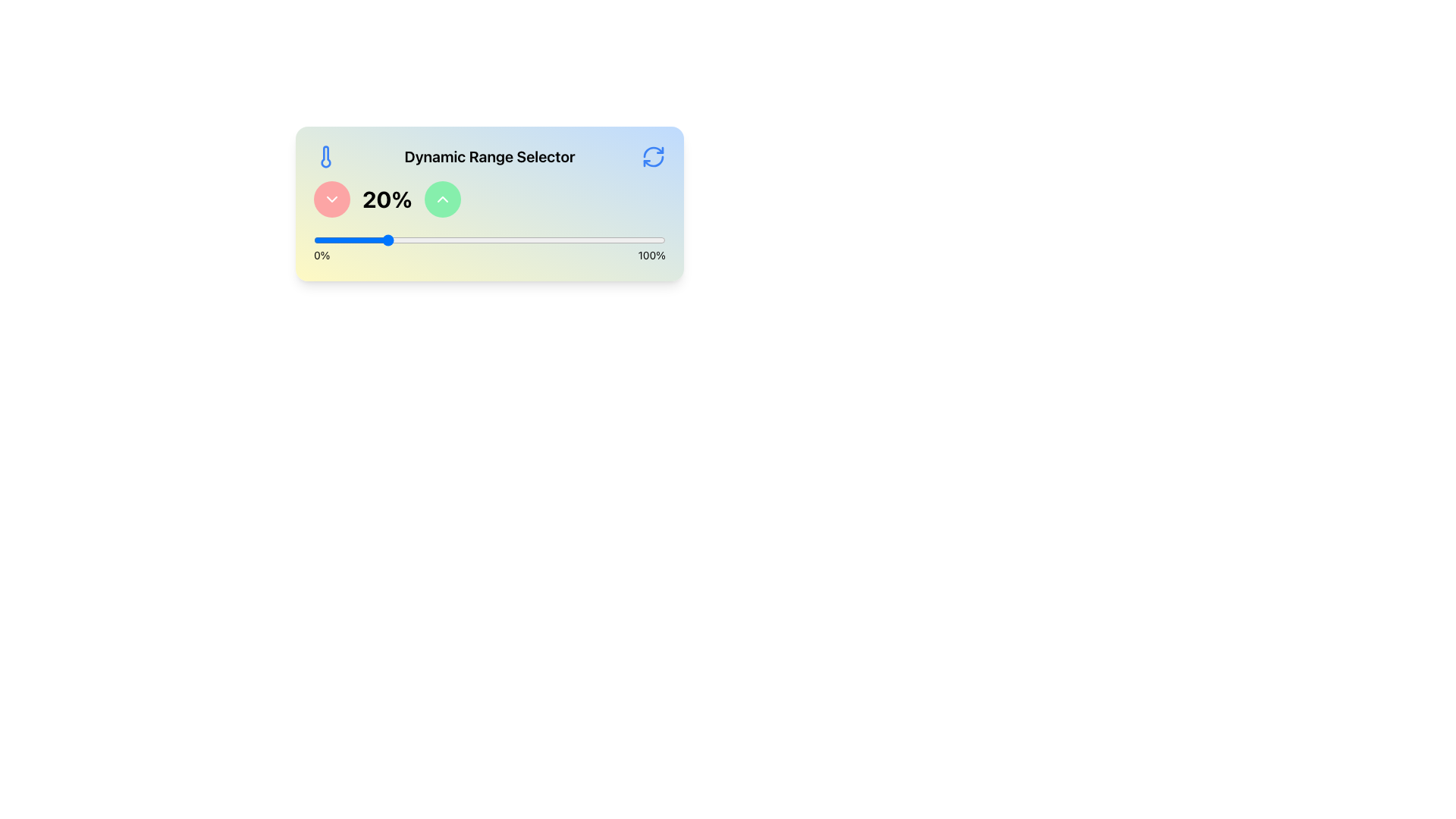 The image size is (1456, 819). What do you see at coordinates (641, 239) in the screenshot?
I see `the range slider value` at bounding box center [641, 239].